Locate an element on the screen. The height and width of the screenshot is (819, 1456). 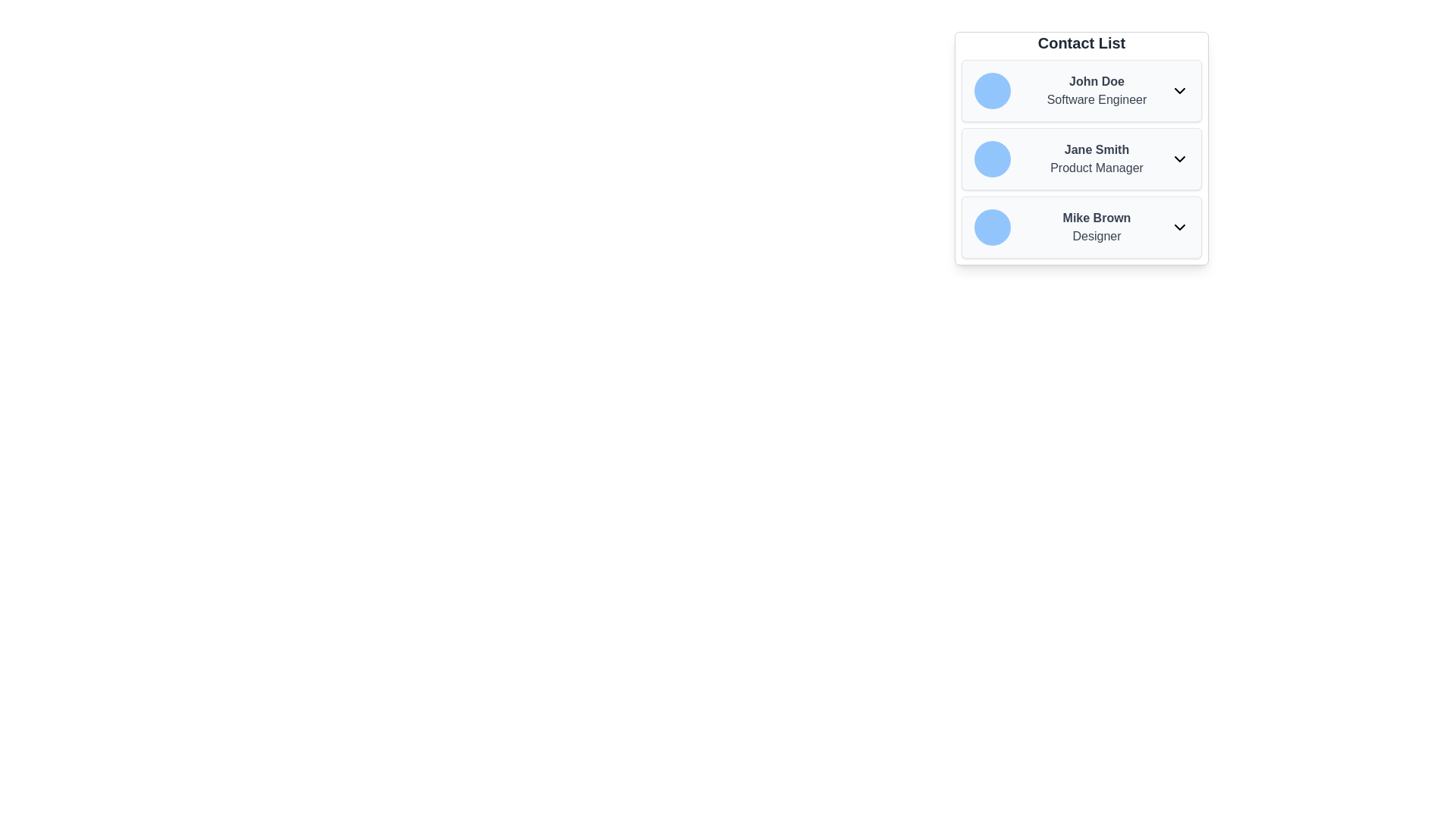
the text of the second contact list item for 'Jane Smith' is located at coordinates (1081, 158).